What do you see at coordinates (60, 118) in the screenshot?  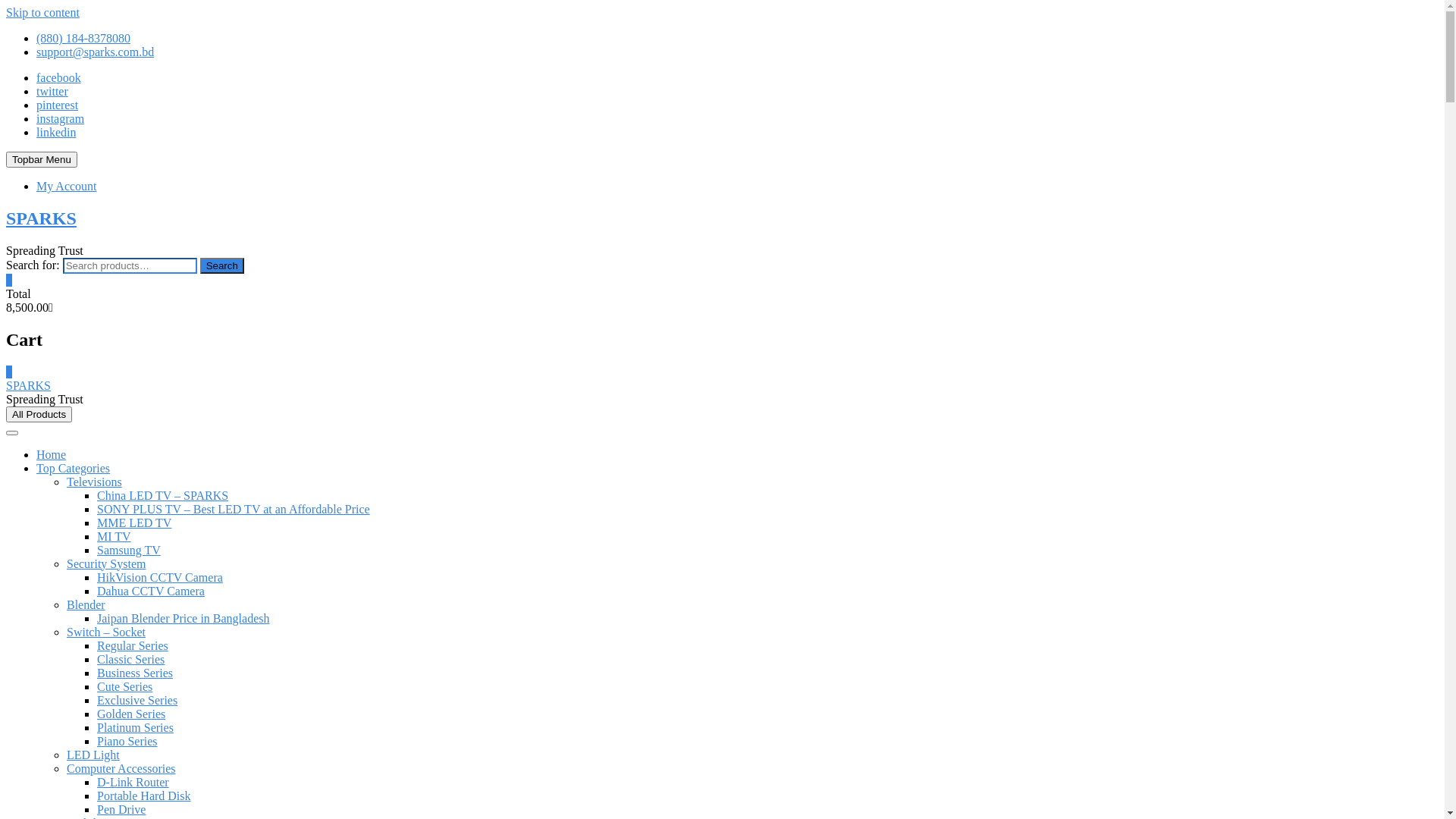 I see `'instagram'` at bounding box center [60, 118].